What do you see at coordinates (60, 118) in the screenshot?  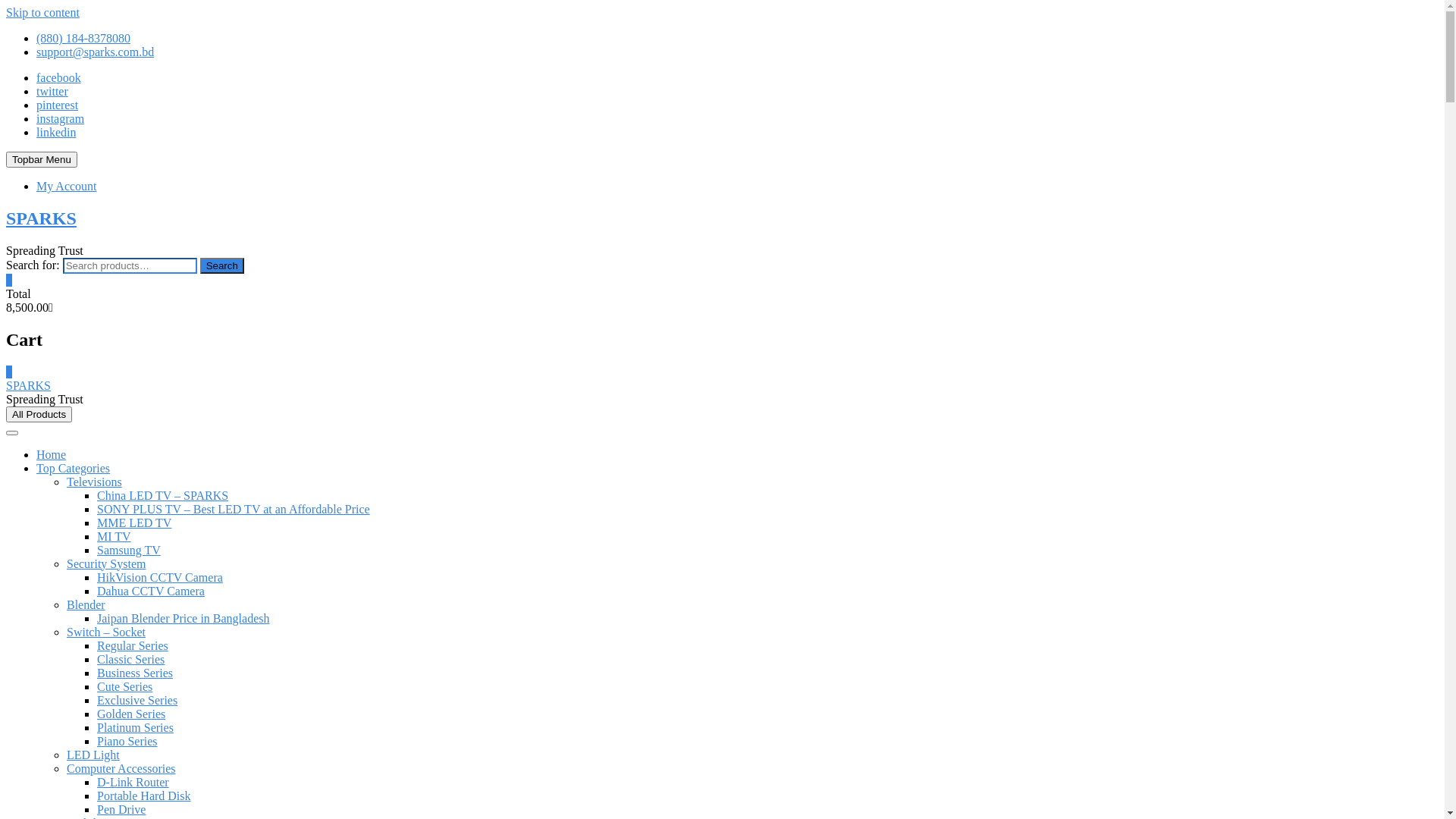 I see `'instagram'` at bounding box center [60, 118].